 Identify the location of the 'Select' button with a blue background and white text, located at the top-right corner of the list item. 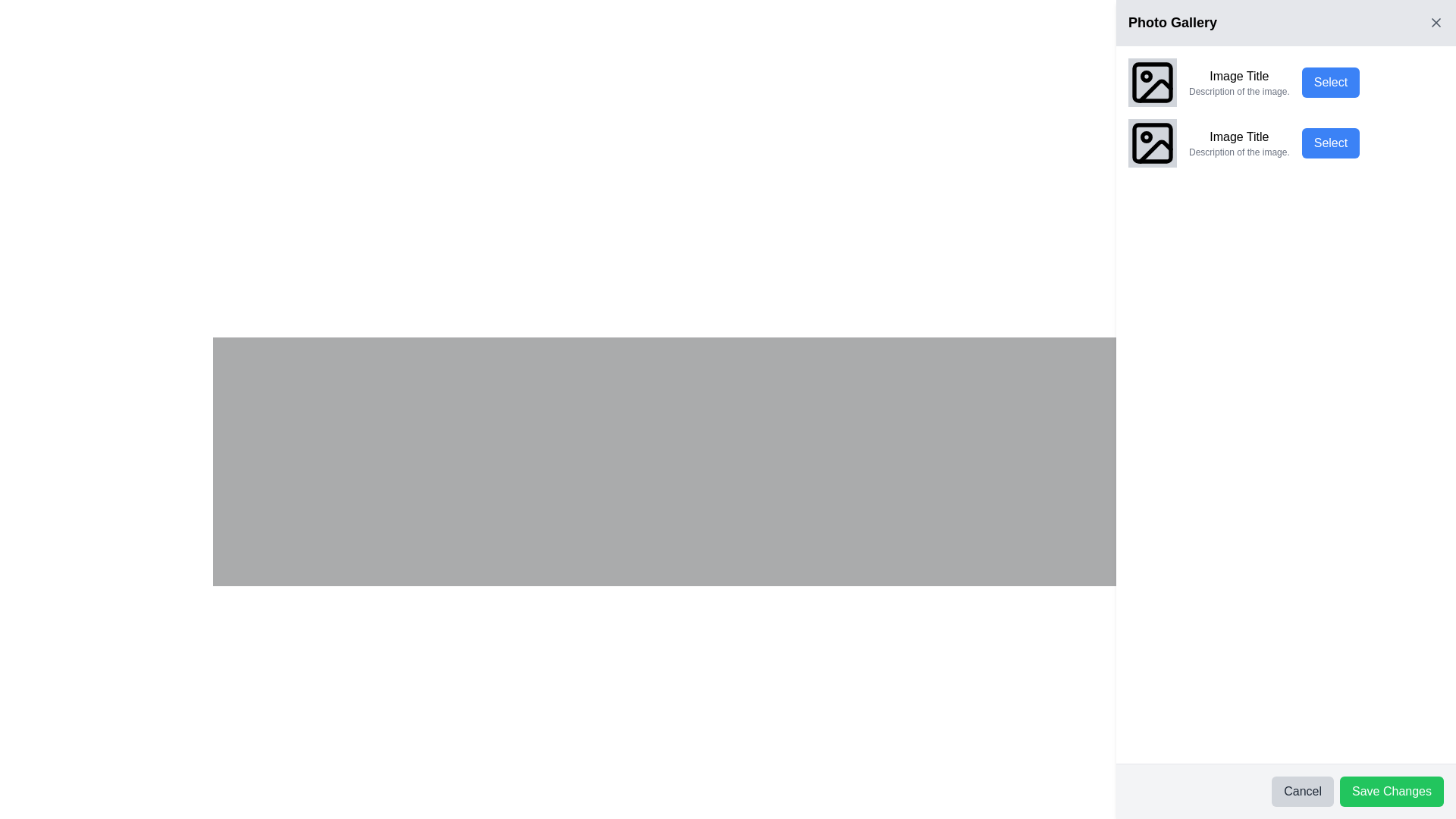
(1329, 82).